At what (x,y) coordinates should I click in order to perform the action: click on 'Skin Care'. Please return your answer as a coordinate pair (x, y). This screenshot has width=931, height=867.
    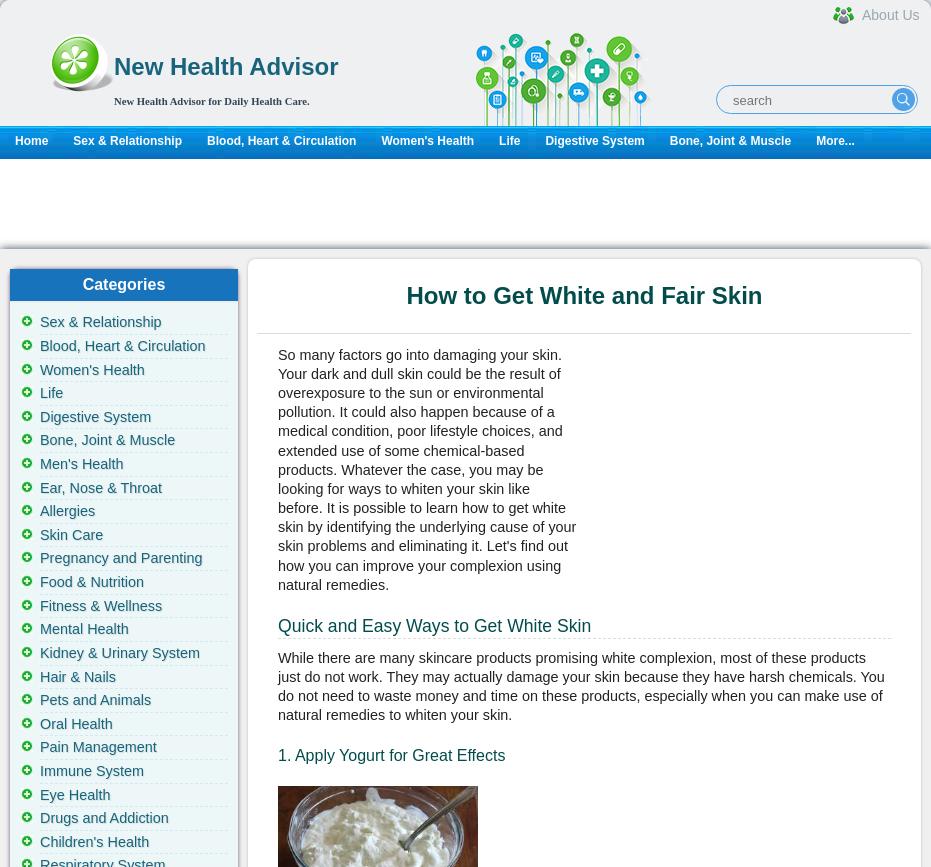
    Looking at the image, I should click on (71, 532).